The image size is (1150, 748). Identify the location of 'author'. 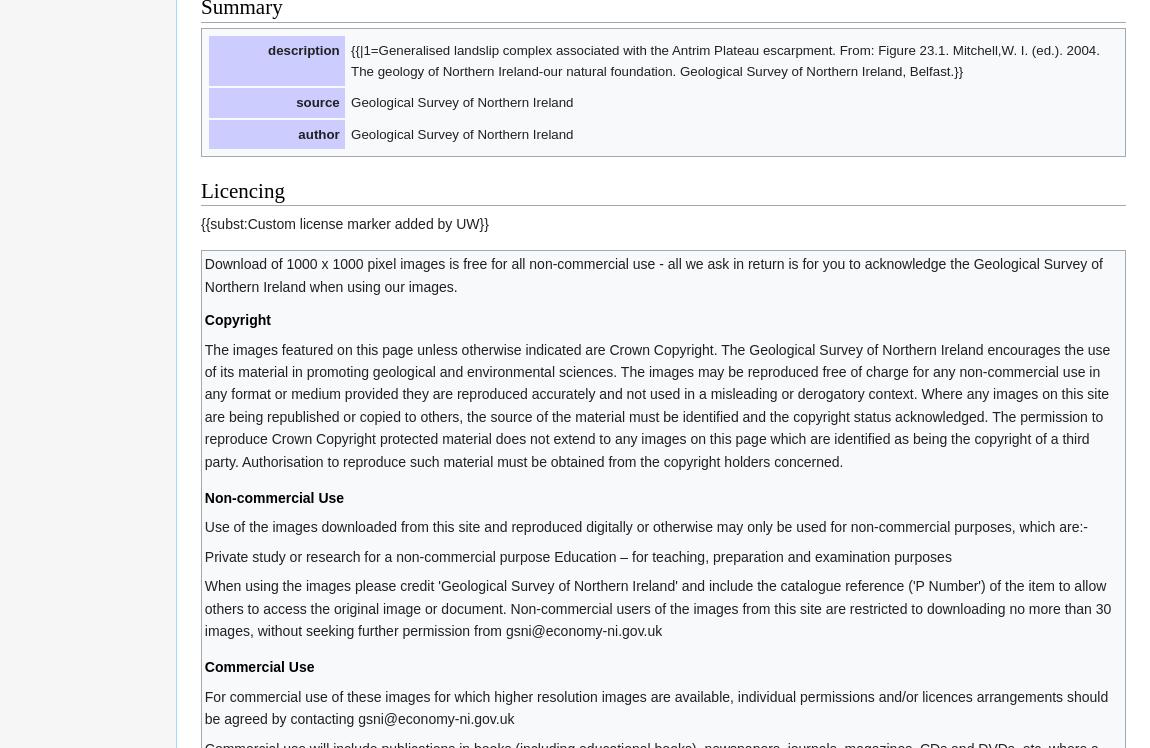
(318, 133).